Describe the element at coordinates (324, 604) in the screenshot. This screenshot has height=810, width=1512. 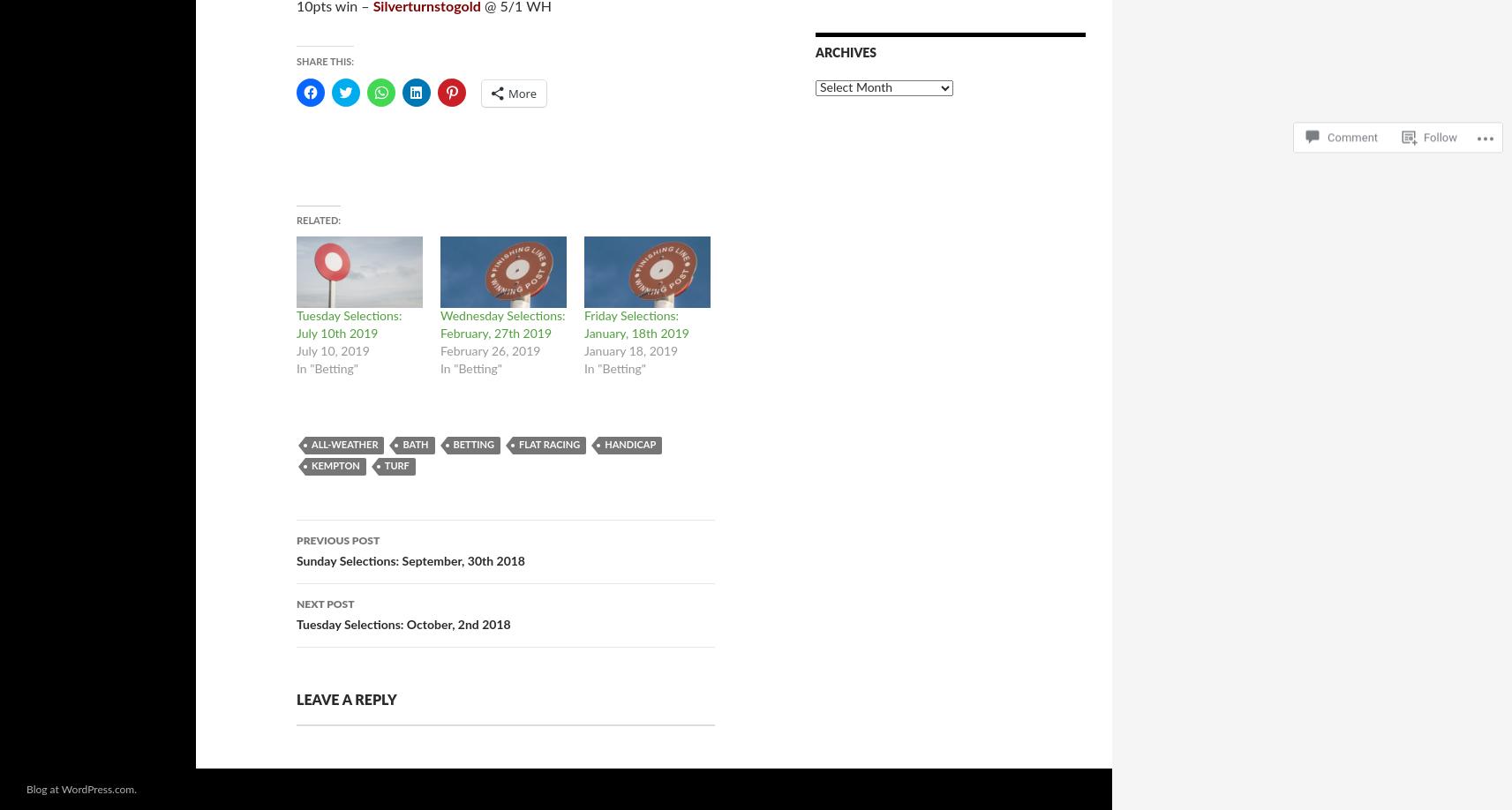
I see `'Next Post'` at that location.